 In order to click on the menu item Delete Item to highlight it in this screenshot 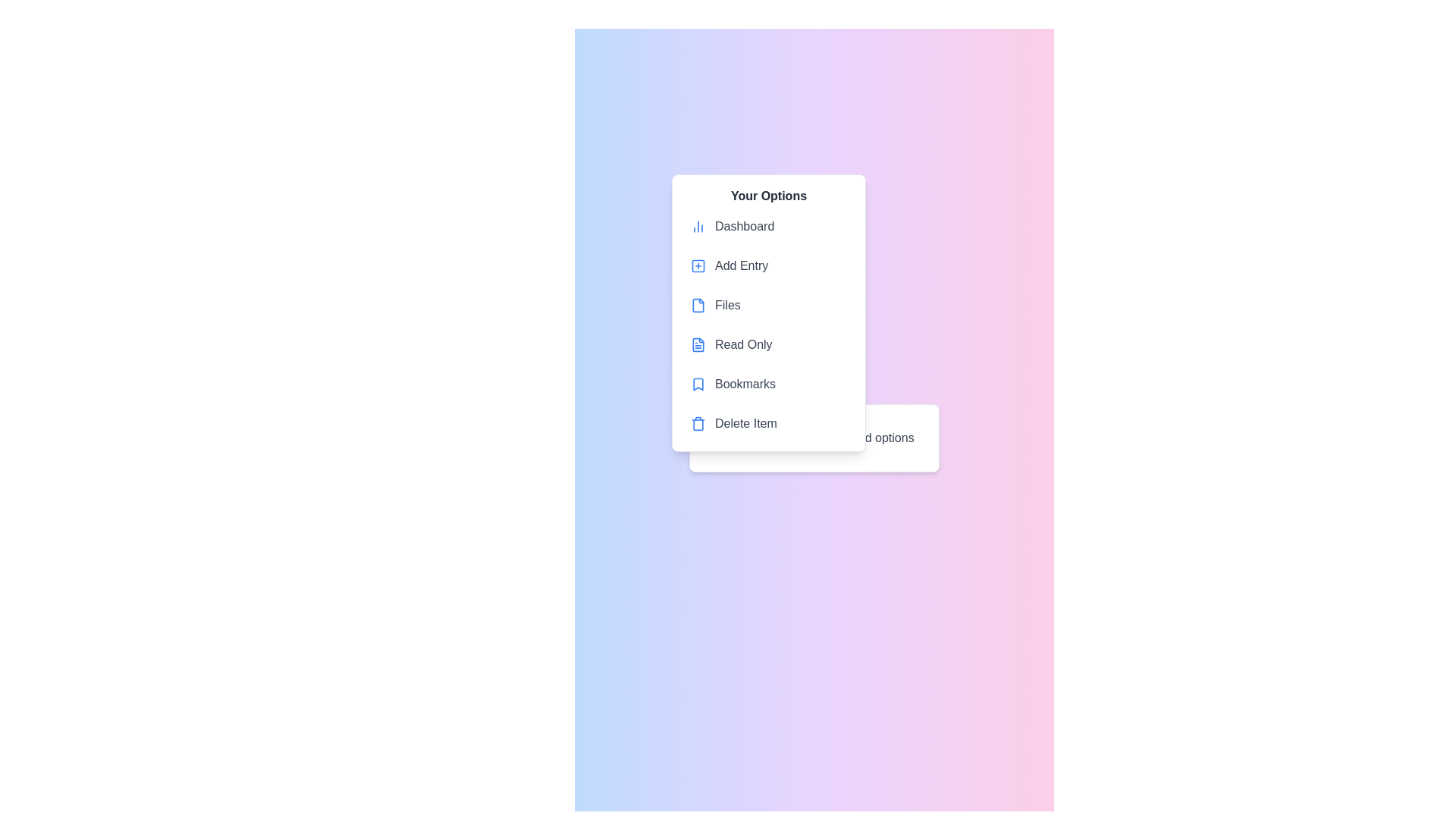, I will do `click(768, 424)`.